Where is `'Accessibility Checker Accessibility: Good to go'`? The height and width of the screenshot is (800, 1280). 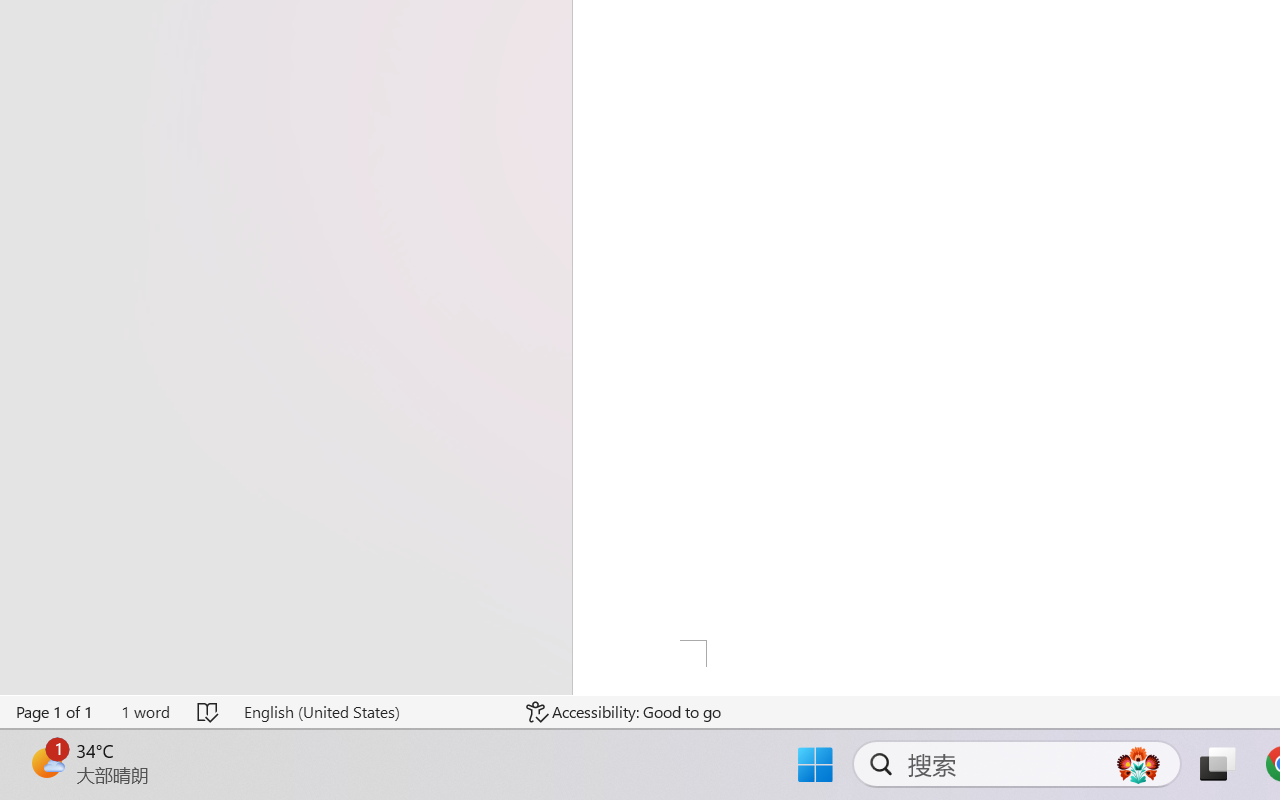 'Accessibility Checker Accessibility: Good to go' is located at coordinates (623, 711).